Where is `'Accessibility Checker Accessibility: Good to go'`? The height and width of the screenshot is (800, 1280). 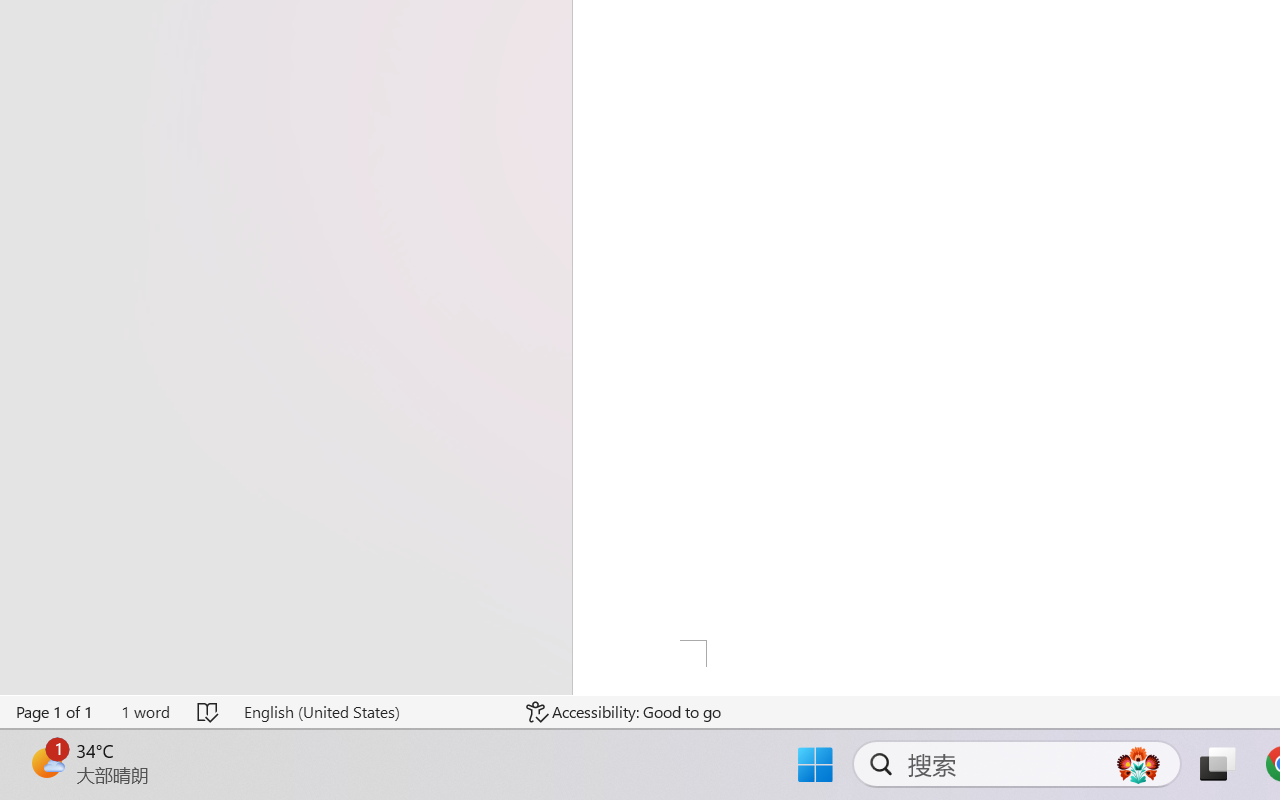 'Accessibility Checker Accessibility: Good to go' is located at coordinates (623, 711).